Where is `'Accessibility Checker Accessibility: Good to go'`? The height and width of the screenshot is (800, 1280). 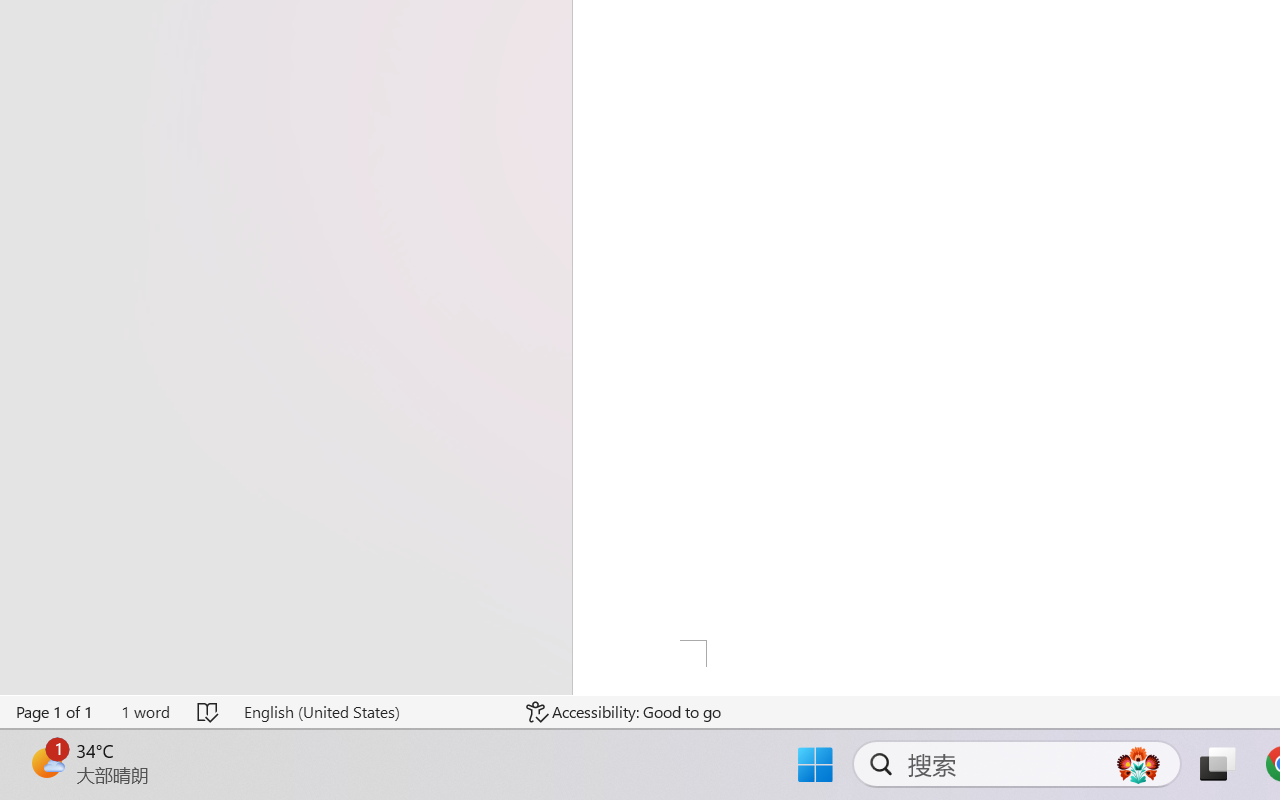 'Accessibility Checker Accessibility: Good to go' is located at coordinates (623, 711).